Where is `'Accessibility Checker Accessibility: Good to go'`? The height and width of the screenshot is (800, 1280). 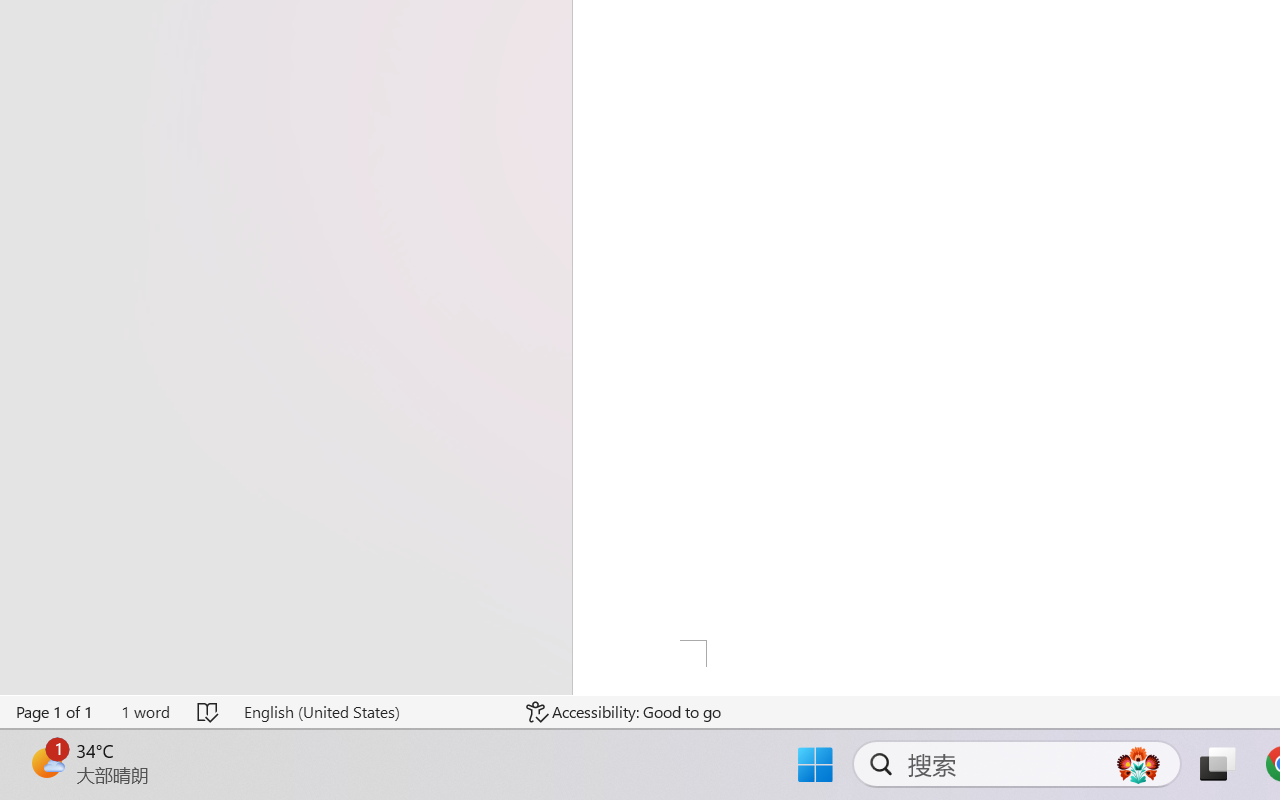 'Accessibility Checker Accessibility: Good to go' is located at coordinates (623, 711).